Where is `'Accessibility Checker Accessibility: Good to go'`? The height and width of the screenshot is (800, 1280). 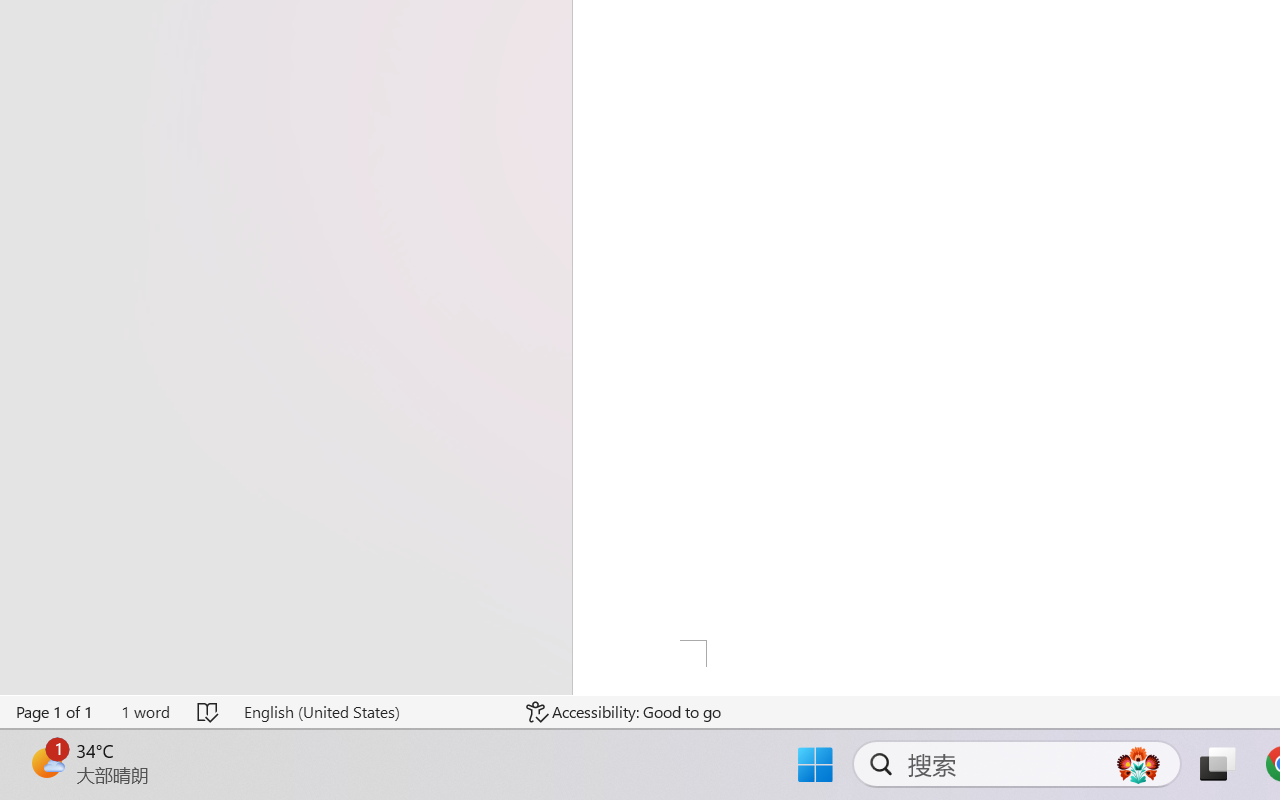 'Accessibility Checker Accessibility: Good to go' is located at coordinates (623, 711).